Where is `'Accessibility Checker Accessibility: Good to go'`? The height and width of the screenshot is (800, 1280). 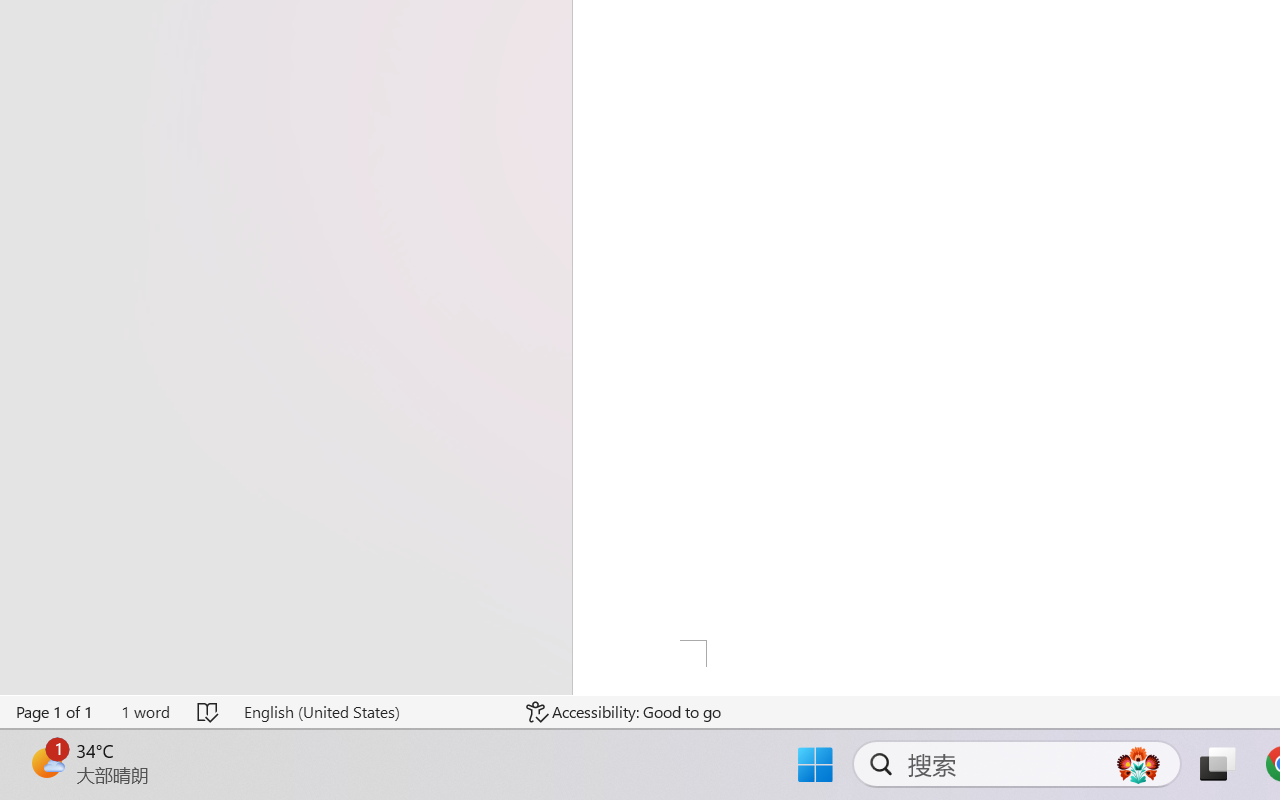 'Accessibility Checker Accessibility: Good to go' is located at coordinates (623, 711).